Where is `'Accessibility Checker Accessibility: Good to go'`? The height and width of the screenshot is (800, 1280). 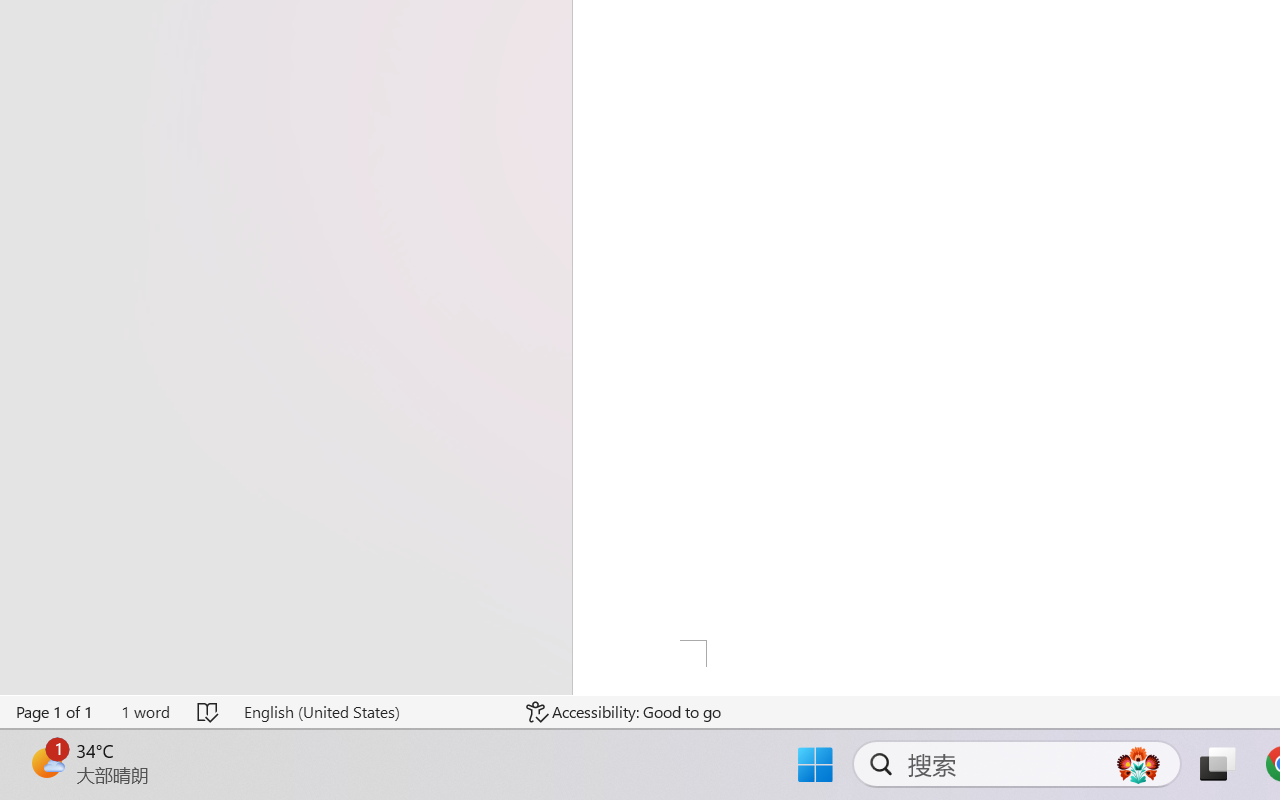 'Accessibility Checker Accessibility: Good to go' is located at coordinates (623, 711).